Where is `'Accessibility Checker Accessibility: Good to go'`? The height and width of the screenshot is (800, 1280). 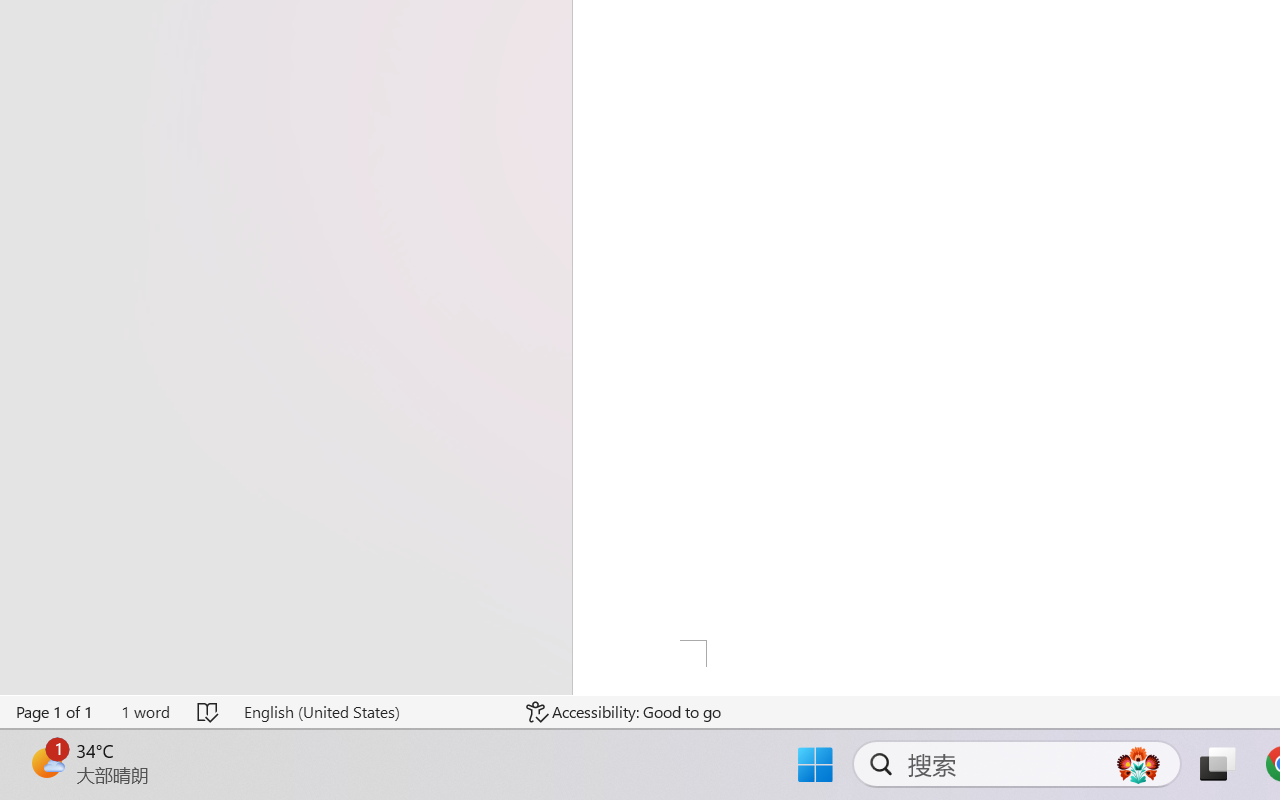 'Accessibility Checker Accessibility: Good to go' is located at coordinates (623, 711).